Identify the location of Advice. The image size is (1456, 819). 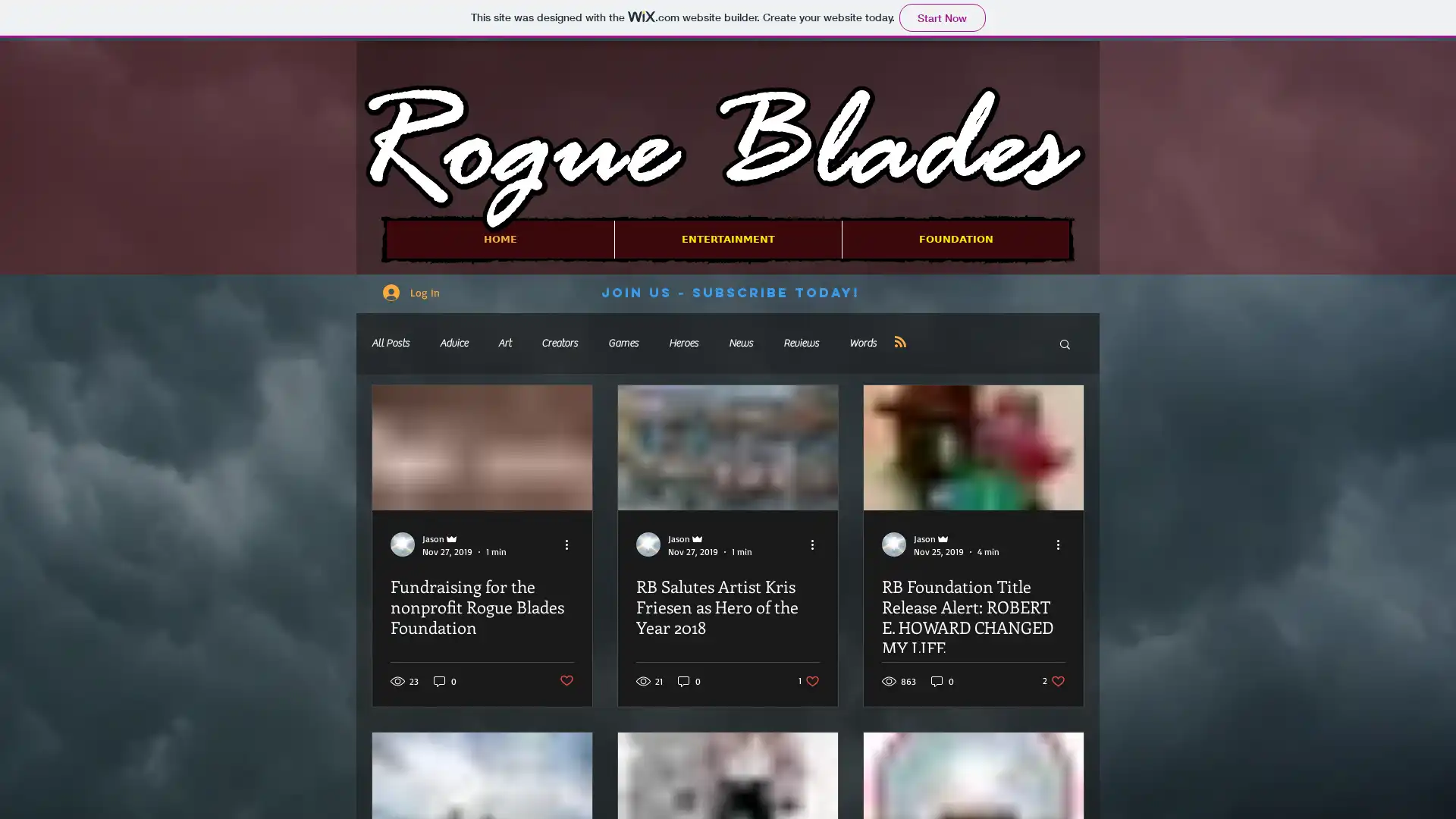
(453, 343).